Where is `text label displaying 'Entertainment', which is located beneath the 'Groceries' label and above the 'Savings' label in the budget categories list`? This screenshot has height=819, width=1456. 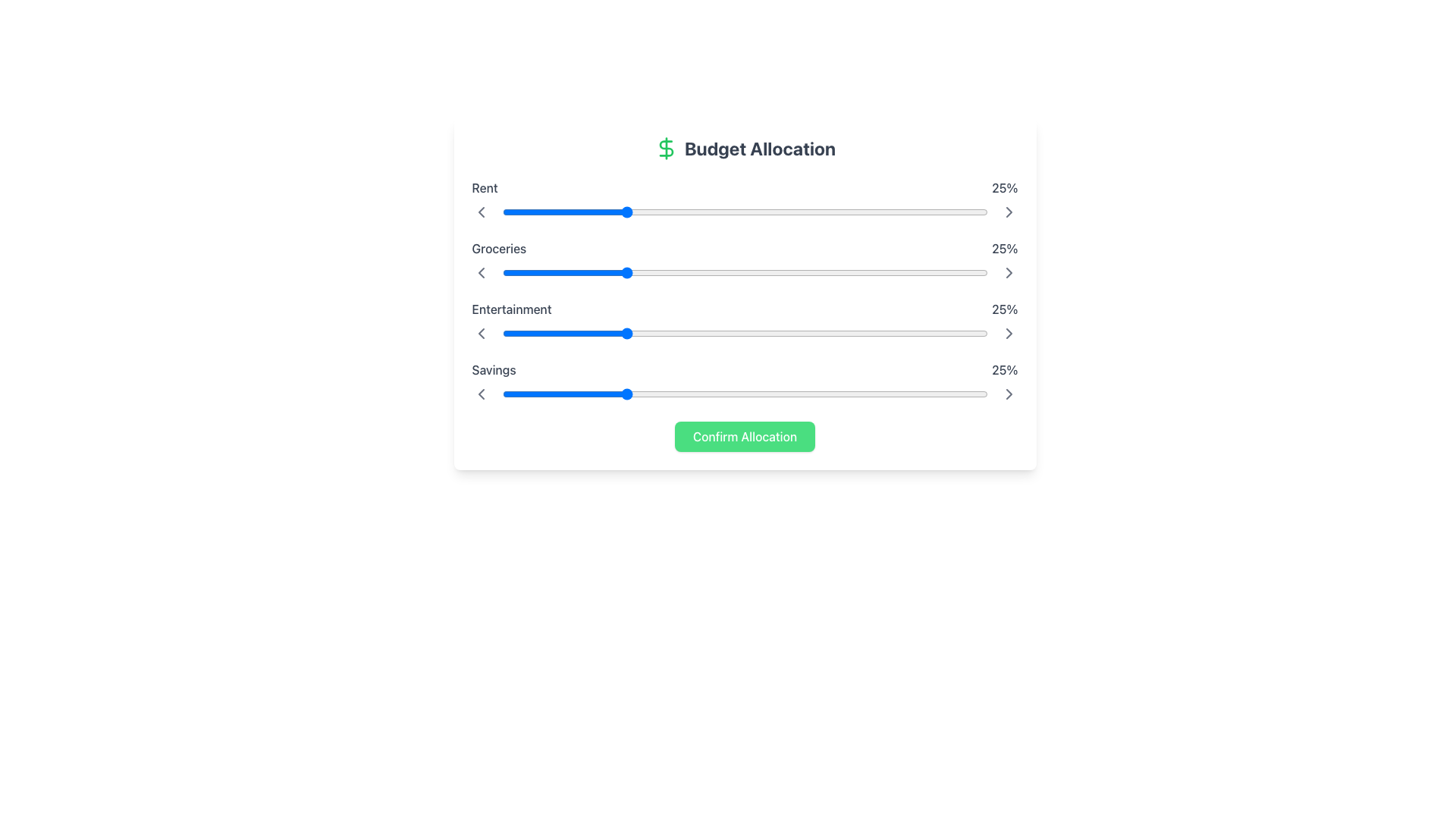
text label displaying 'Entertainment', which is located beneath the 'Groceries' label and above the 'Savings' label in the budget categories list is located at coordinates (512, 309).